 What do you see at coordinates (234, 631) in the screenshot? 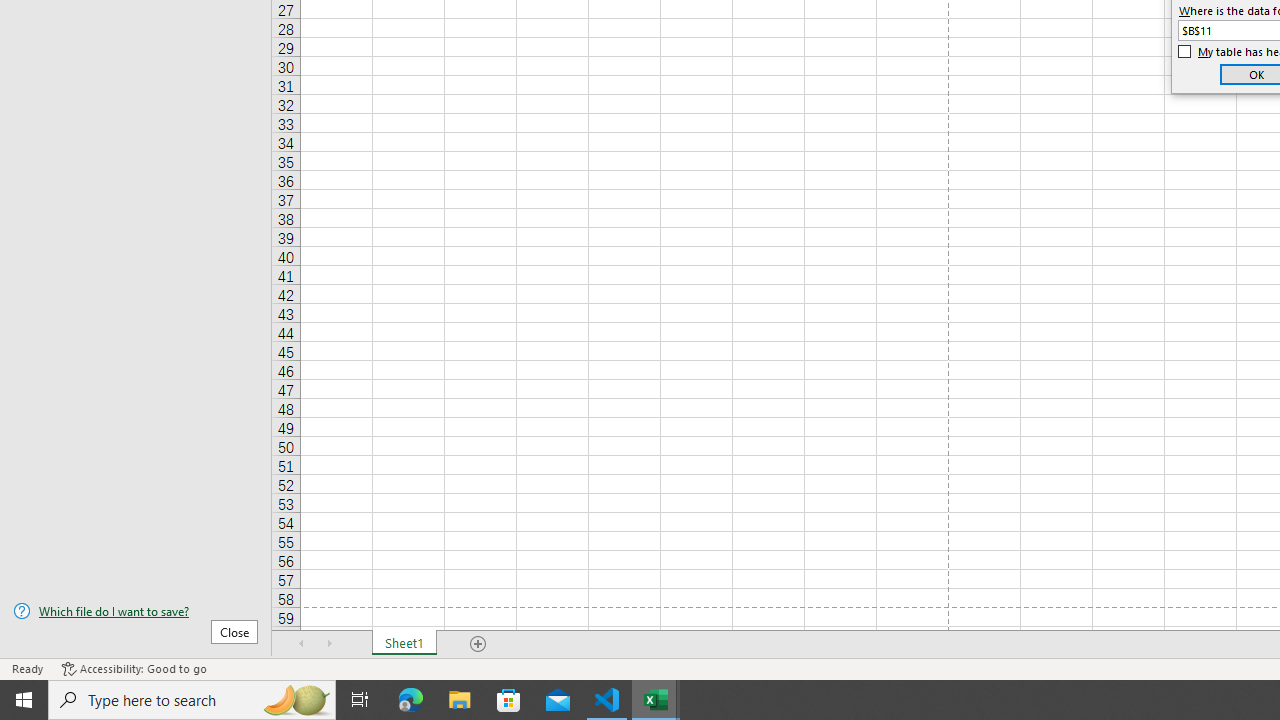
I see `'Close'` at bounding box center [234, 631].